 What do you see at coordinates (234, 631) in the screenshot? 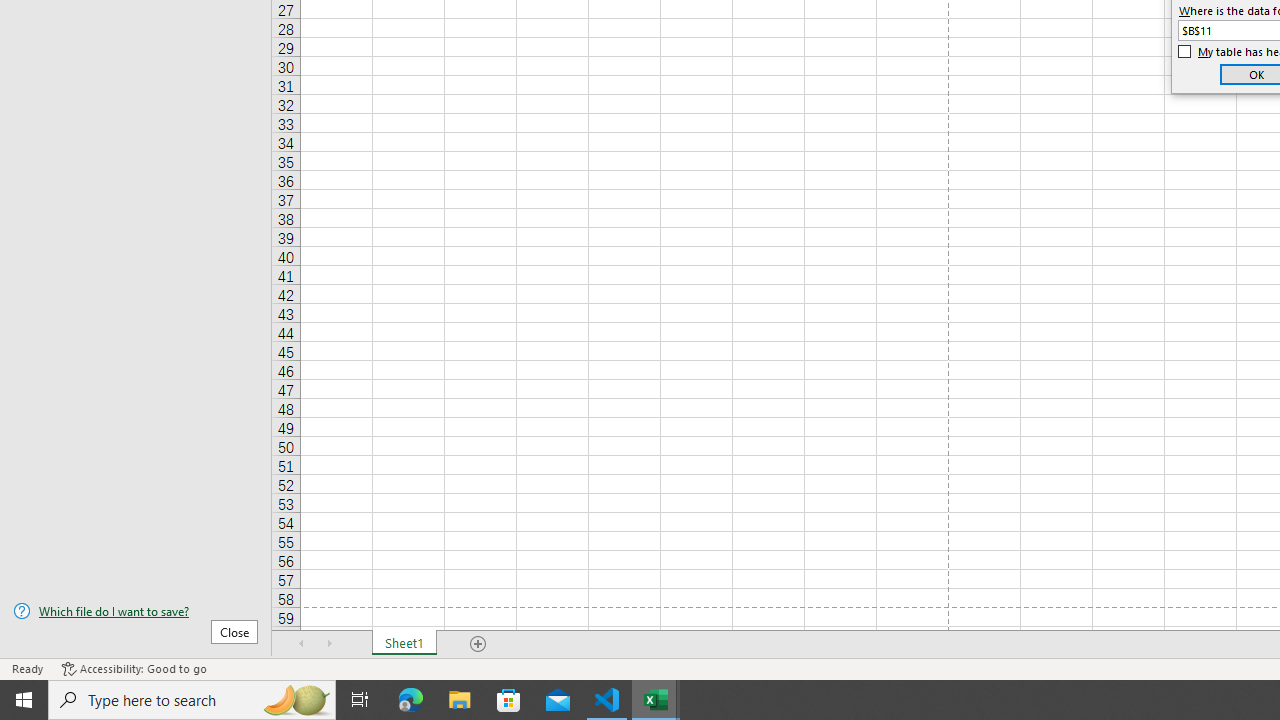
I see `'Close'` at bounding box center [234, 631].